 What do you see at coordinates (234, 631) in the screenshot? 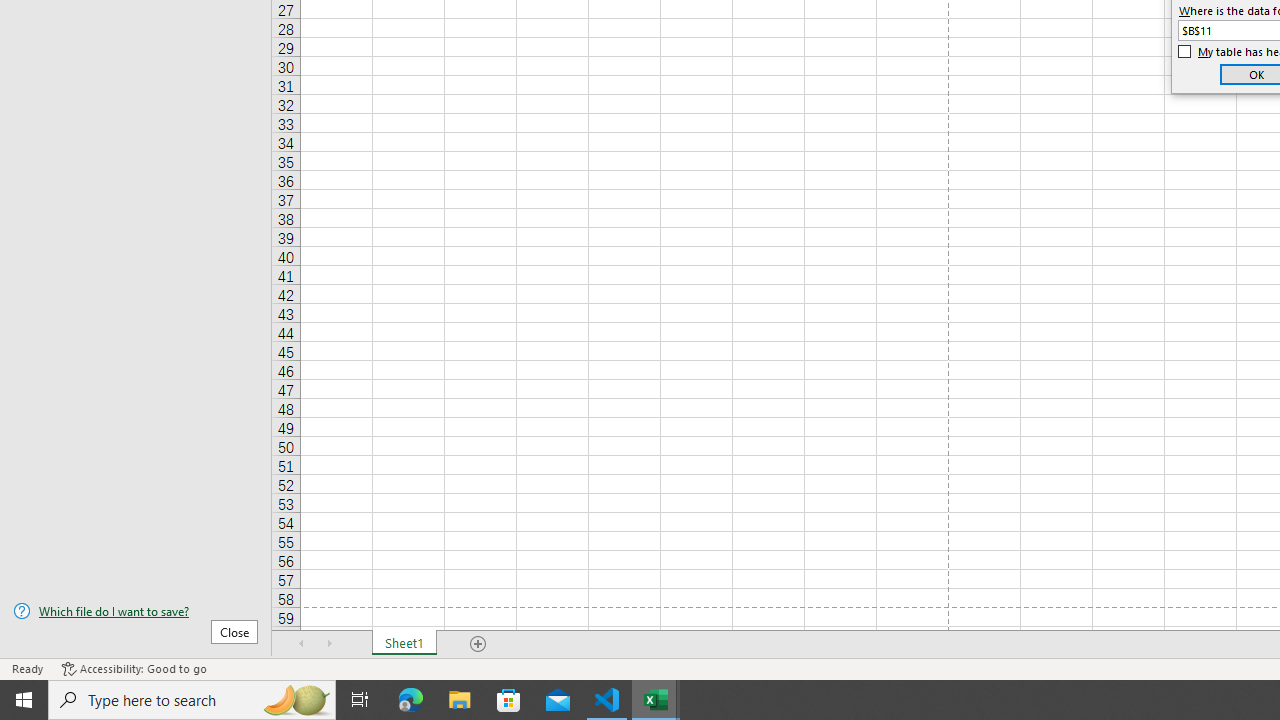
I see `'Close'` at bounding box center [234, 631].